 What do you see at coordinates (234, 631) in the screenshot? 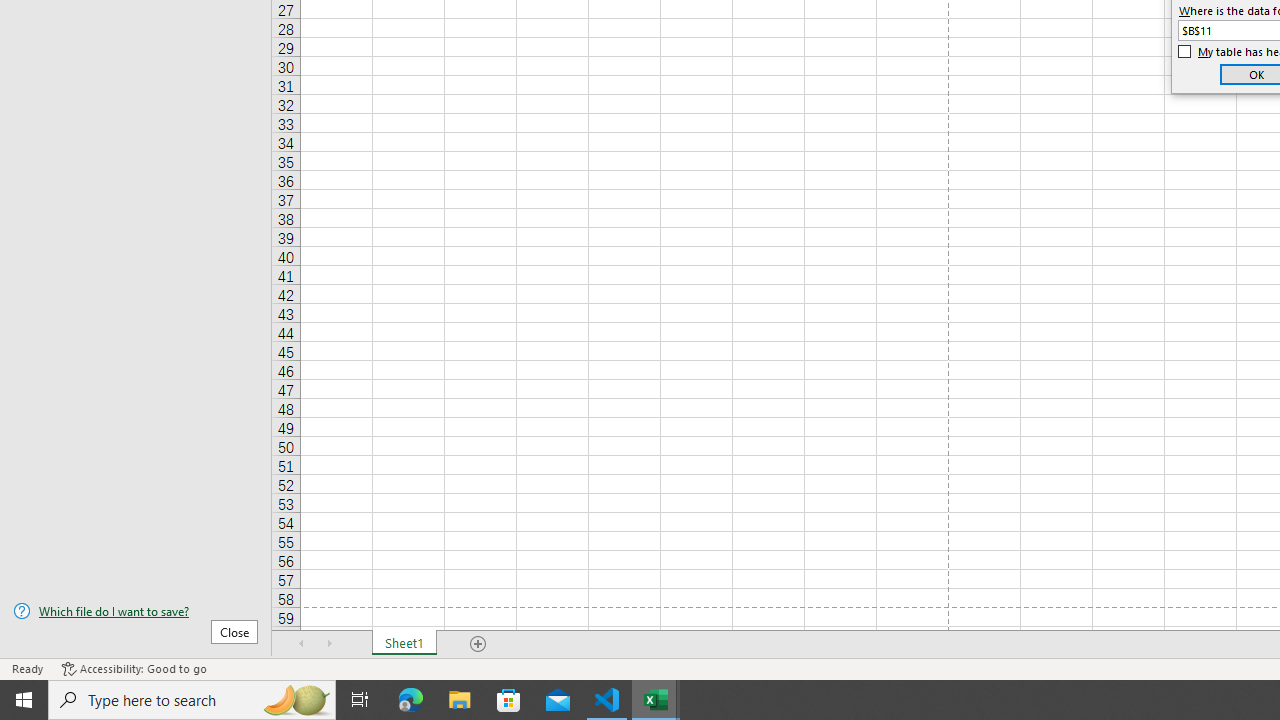
I see `'Close'` at bounding box center [234, 631].